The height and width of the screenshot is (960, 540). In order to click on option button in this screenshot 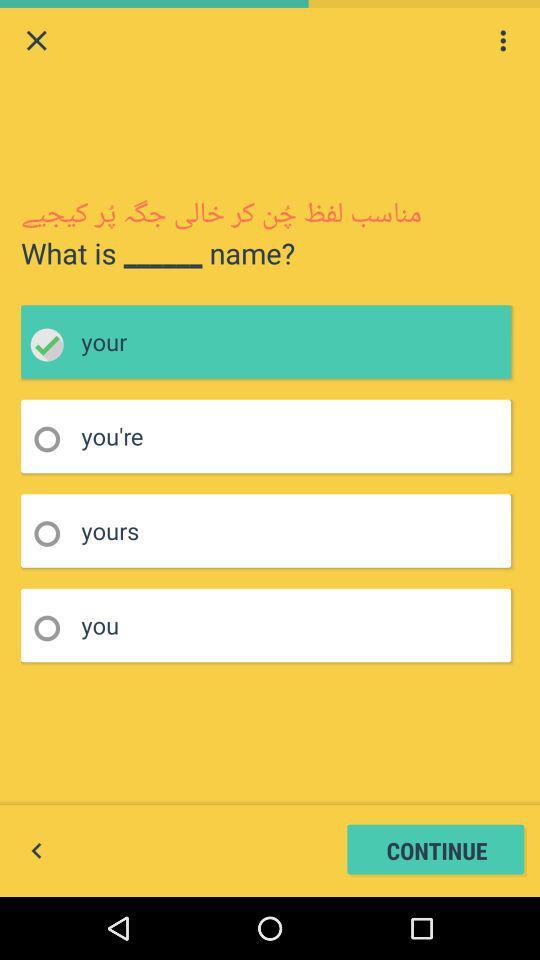, I will do `click(53, 533)`.